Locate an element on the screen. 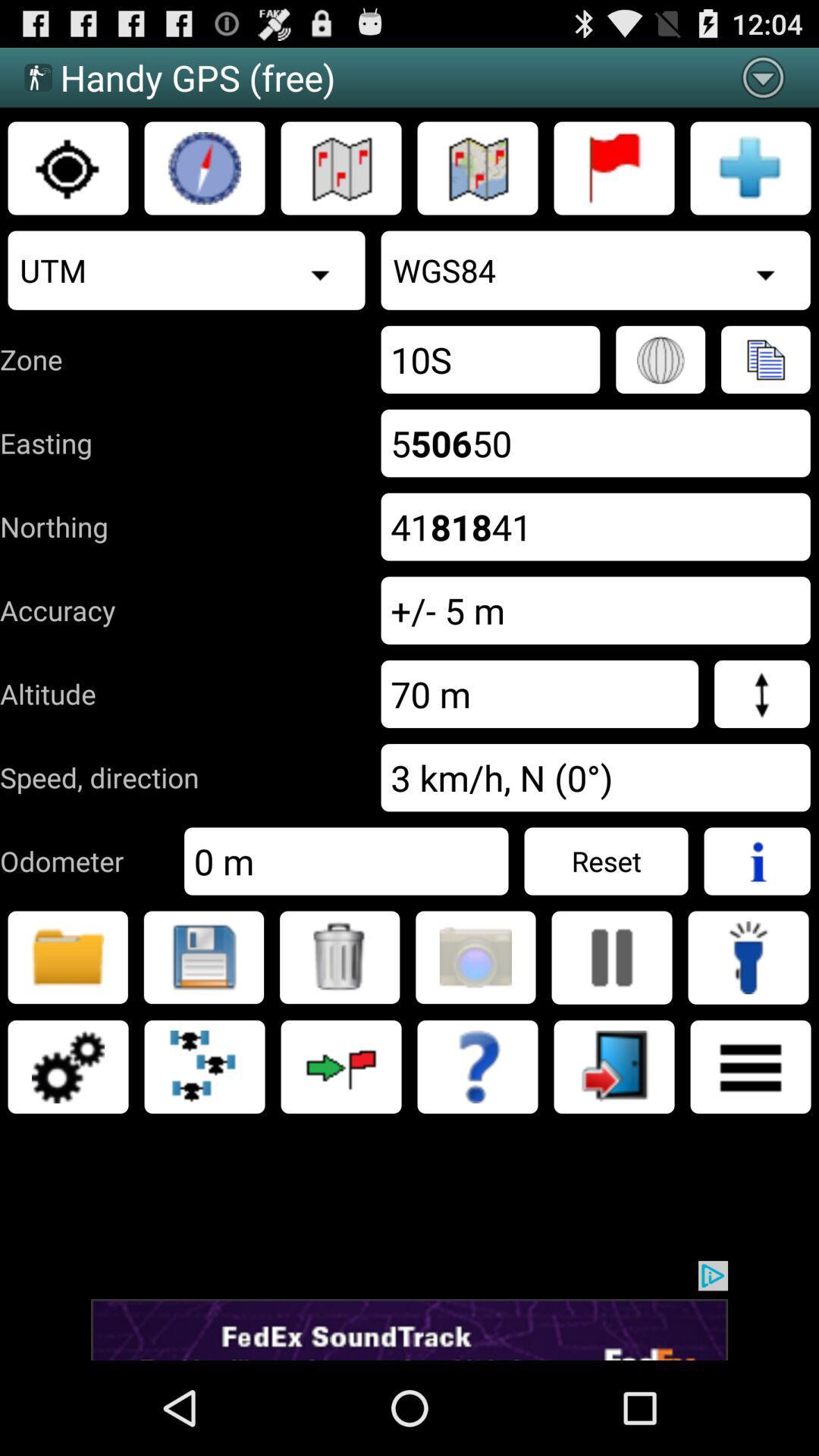 The width and height of the screenshot is (819, 1456). the delete icon is located at coordinates (339, 1025).